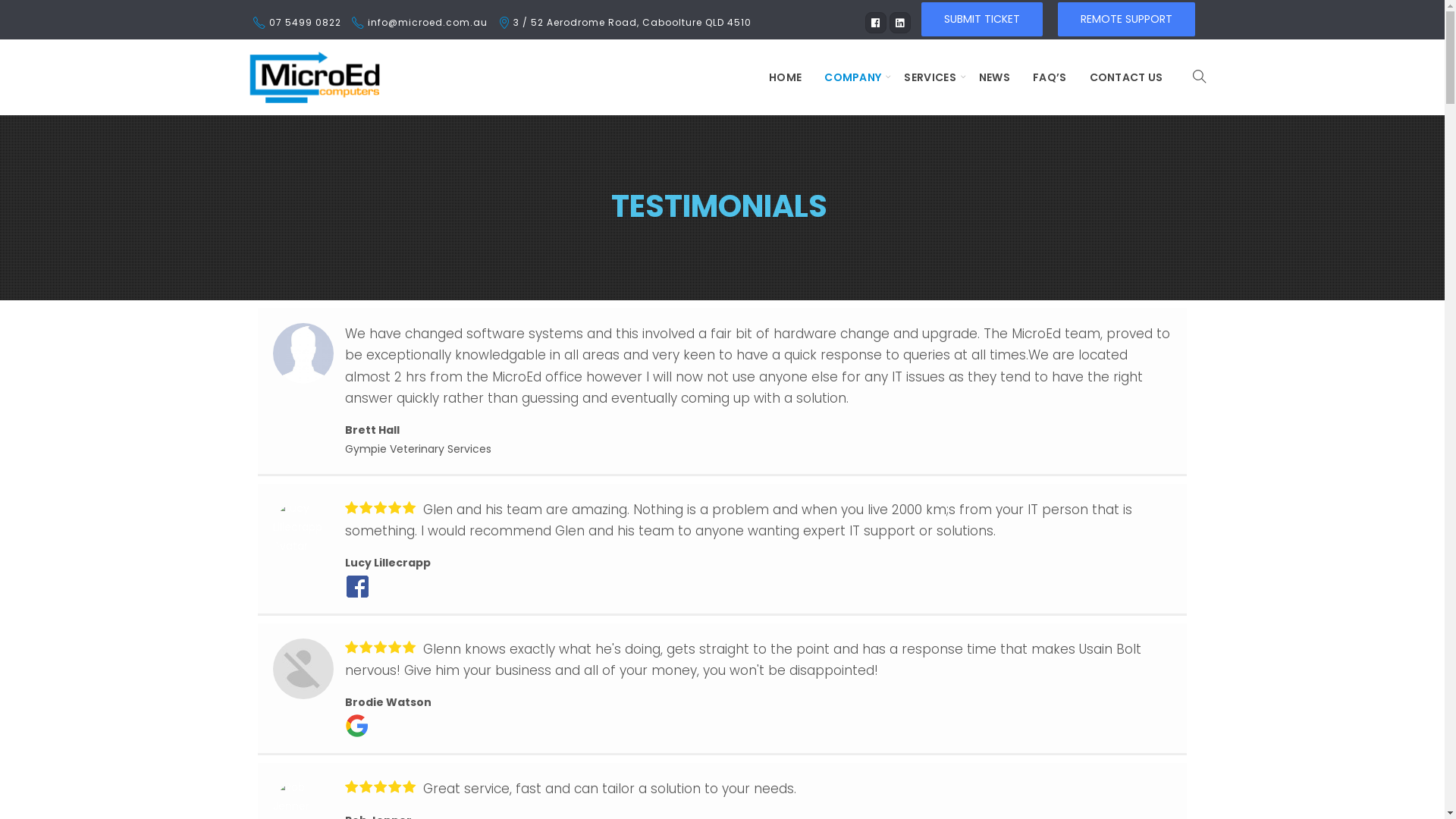  Describe the element at coordinates (785, 77) in the screenshot. I see `'HOME'` at that location.